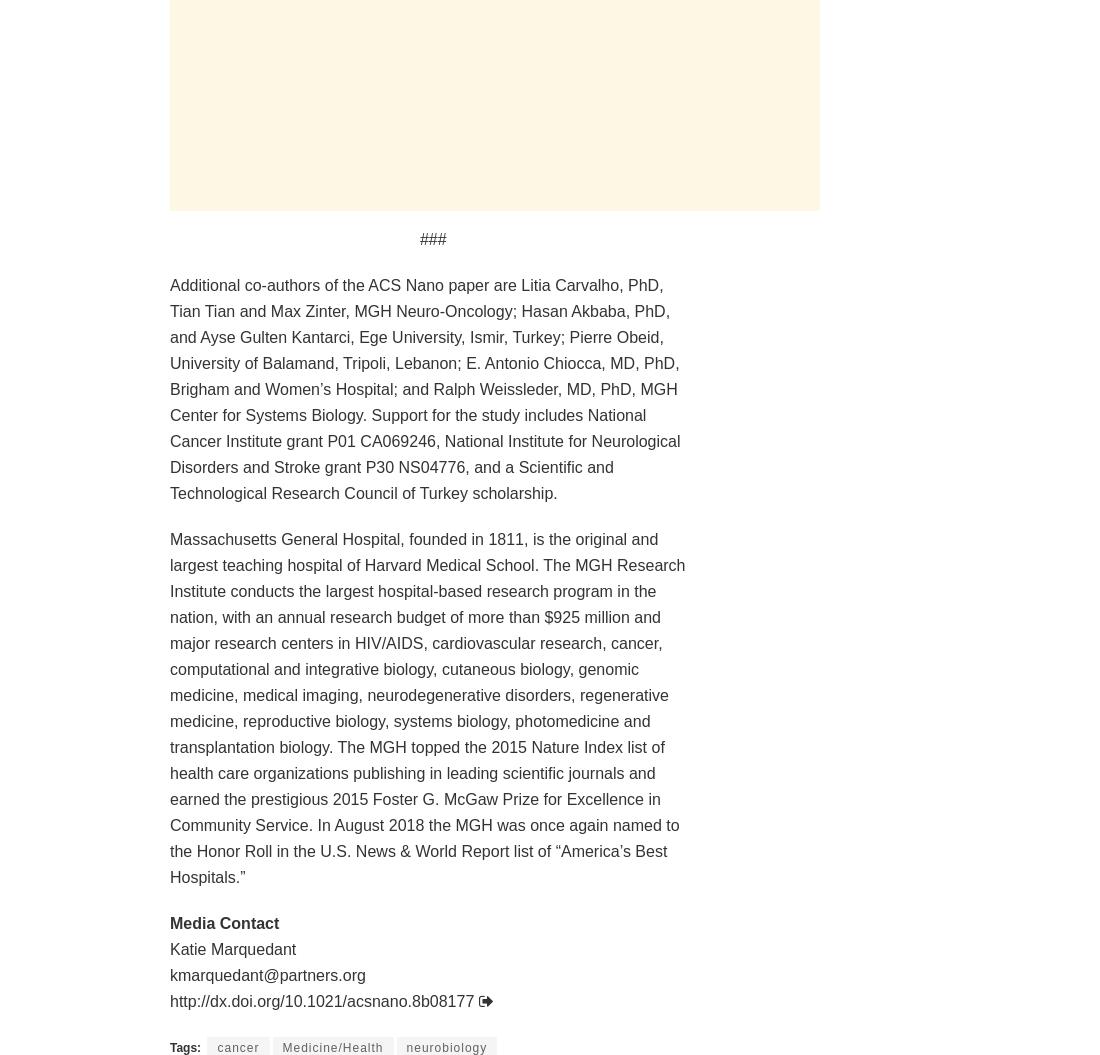 The image size is (1100, 1055). I want to click on 'acsnano.', so click(378, 999).